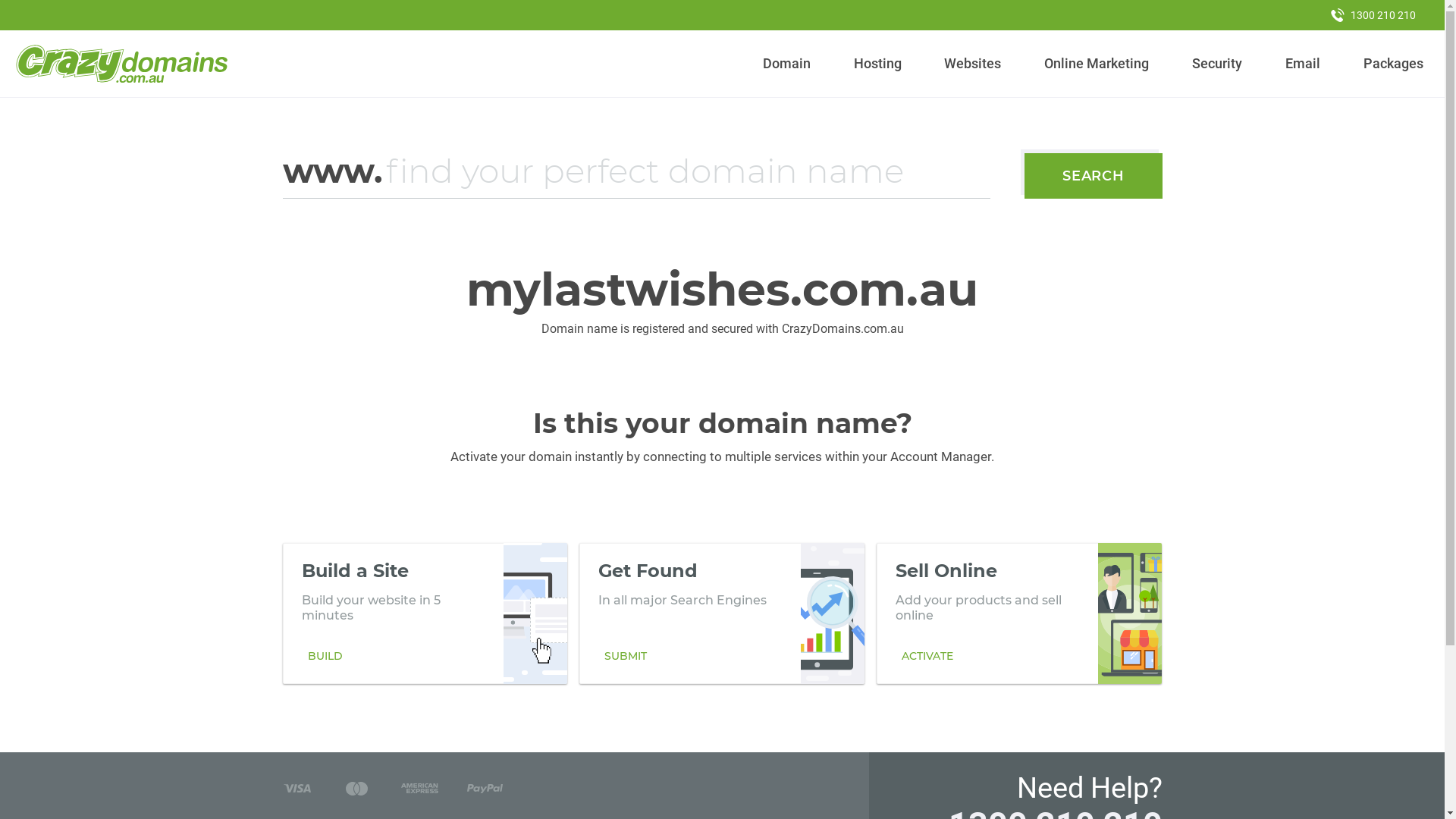  Describe the element at coordinates (1301, 63) in the screenshot. I see `'Email'` at that location.